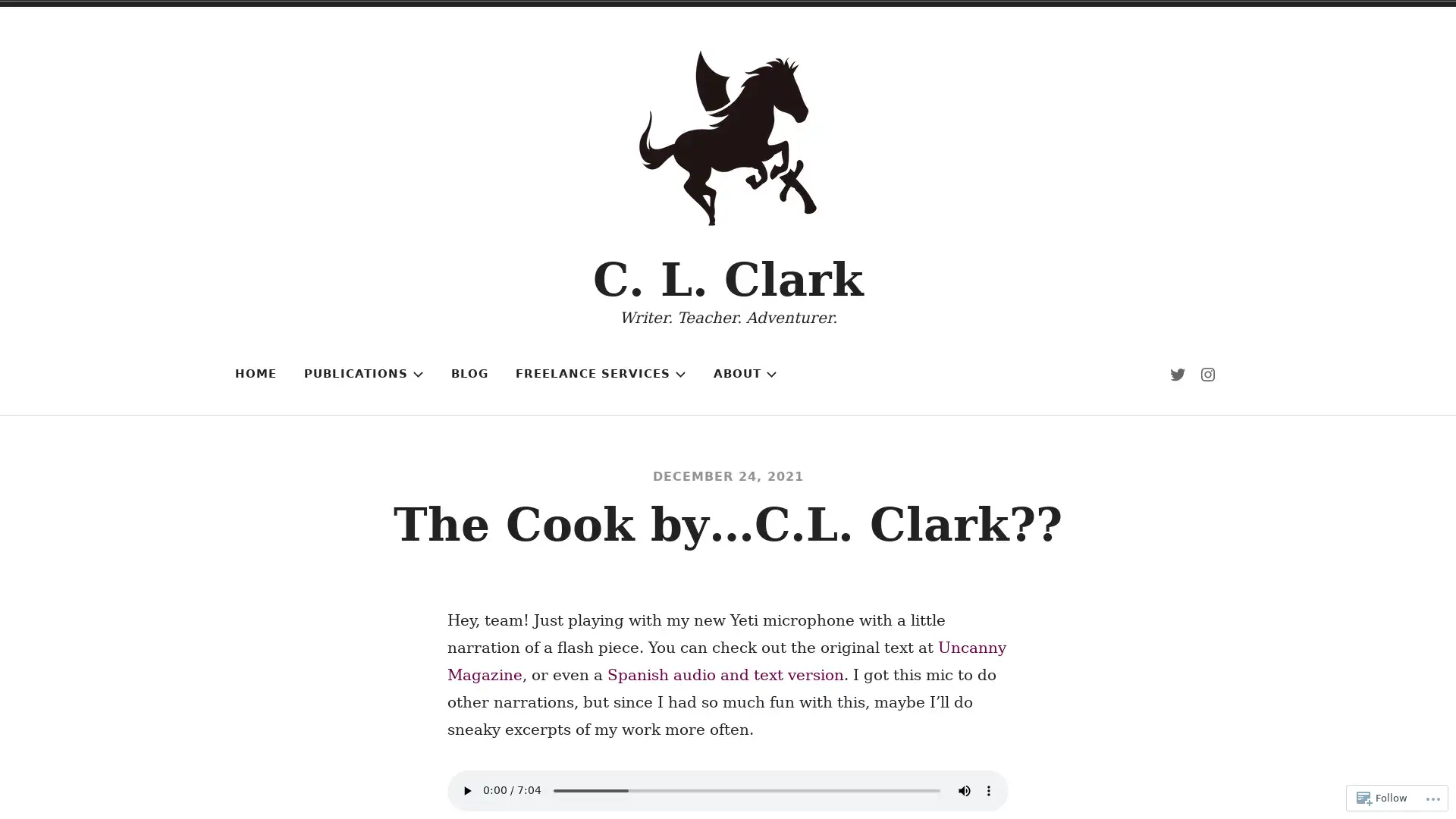  What do you see at coordinates (989, 789) in the screenshot?
I see `show more media controls` at bounding box center [989, 789].